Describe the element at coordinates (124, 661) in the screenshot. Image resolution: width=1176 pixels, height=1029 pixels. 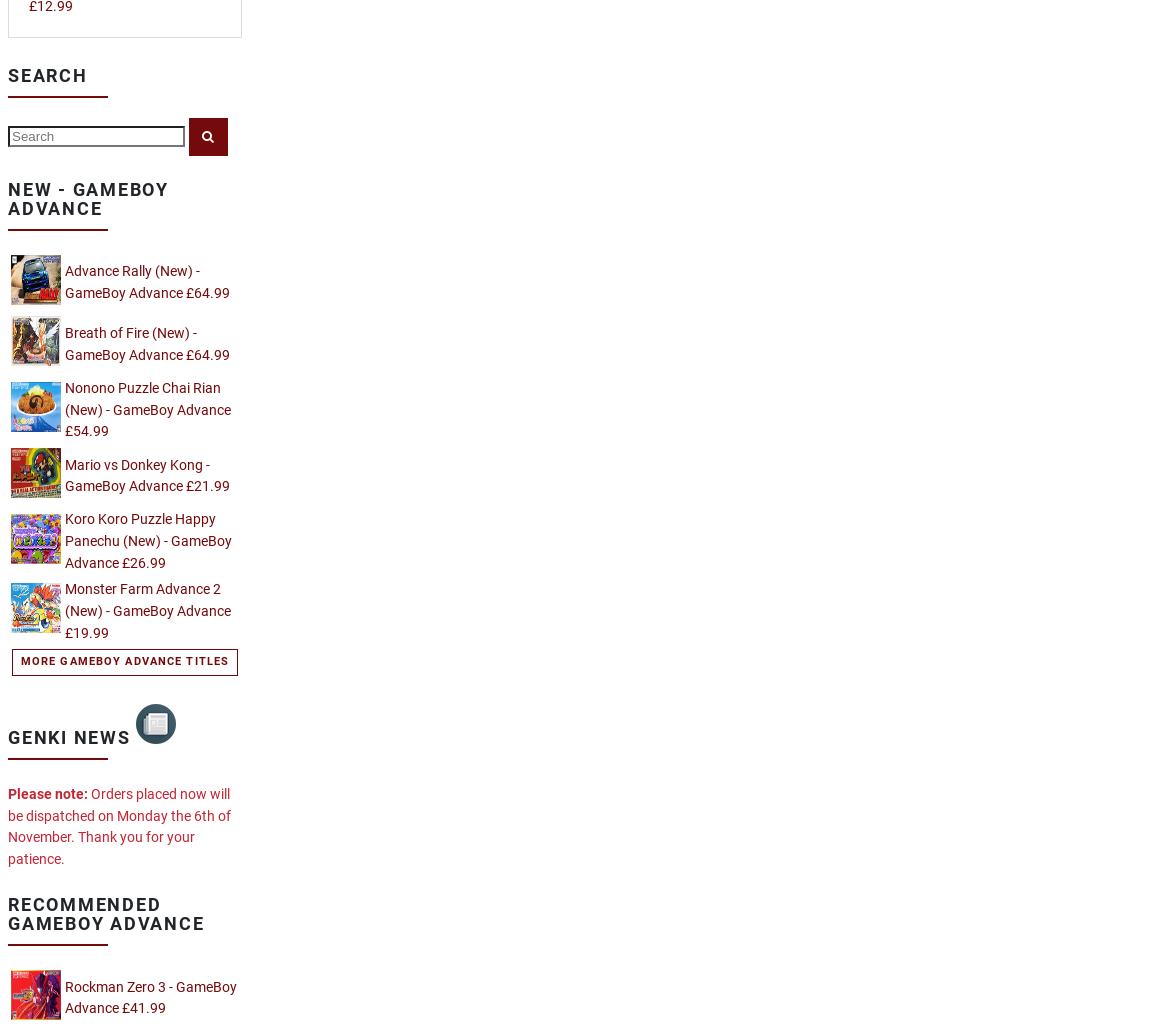
I see `'More GameBoy Advance Titles'` at that location.